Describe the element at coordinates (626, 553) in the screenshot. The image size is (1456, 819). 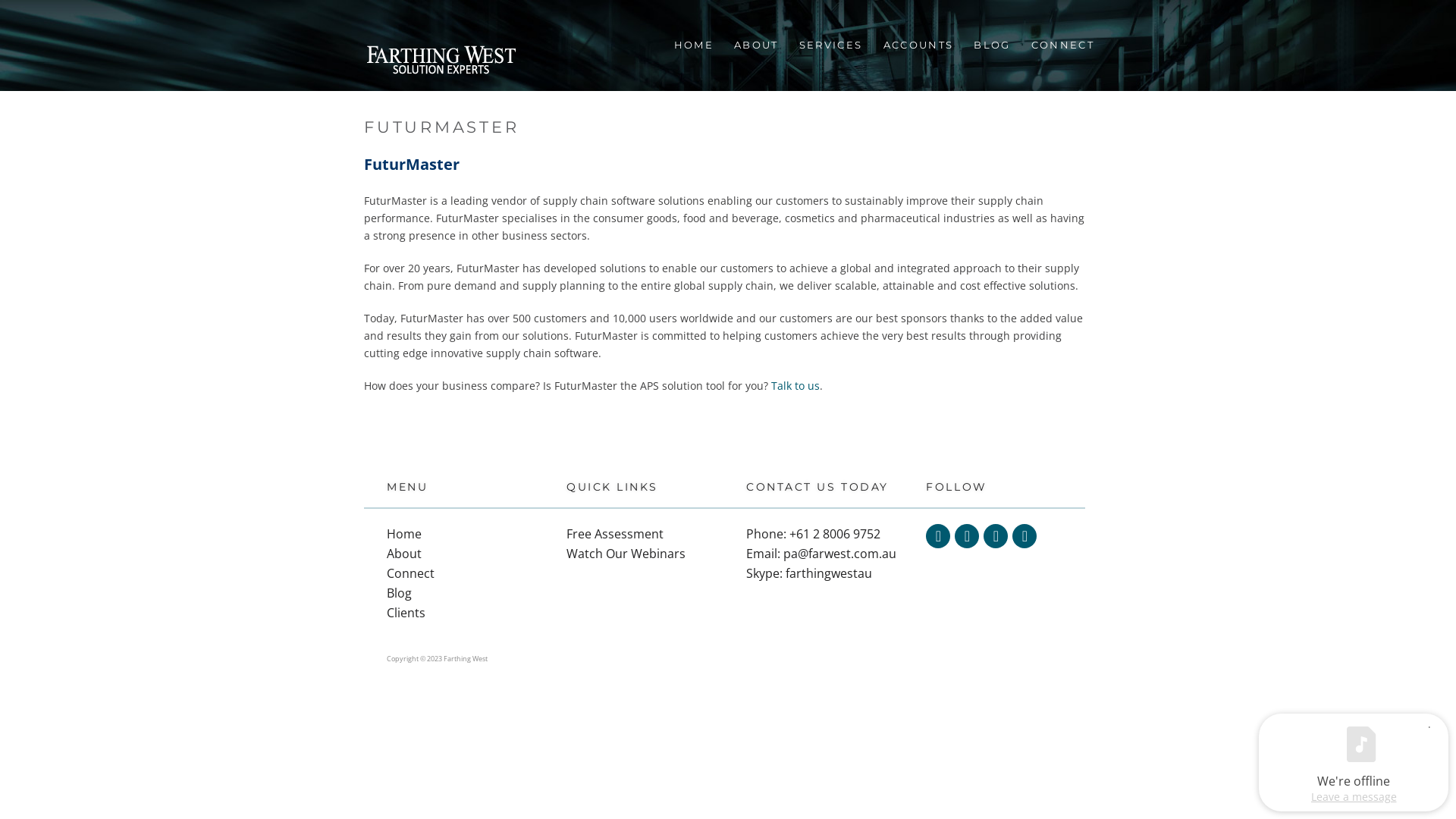
I see `'Watch Our Webinars'` at that location.